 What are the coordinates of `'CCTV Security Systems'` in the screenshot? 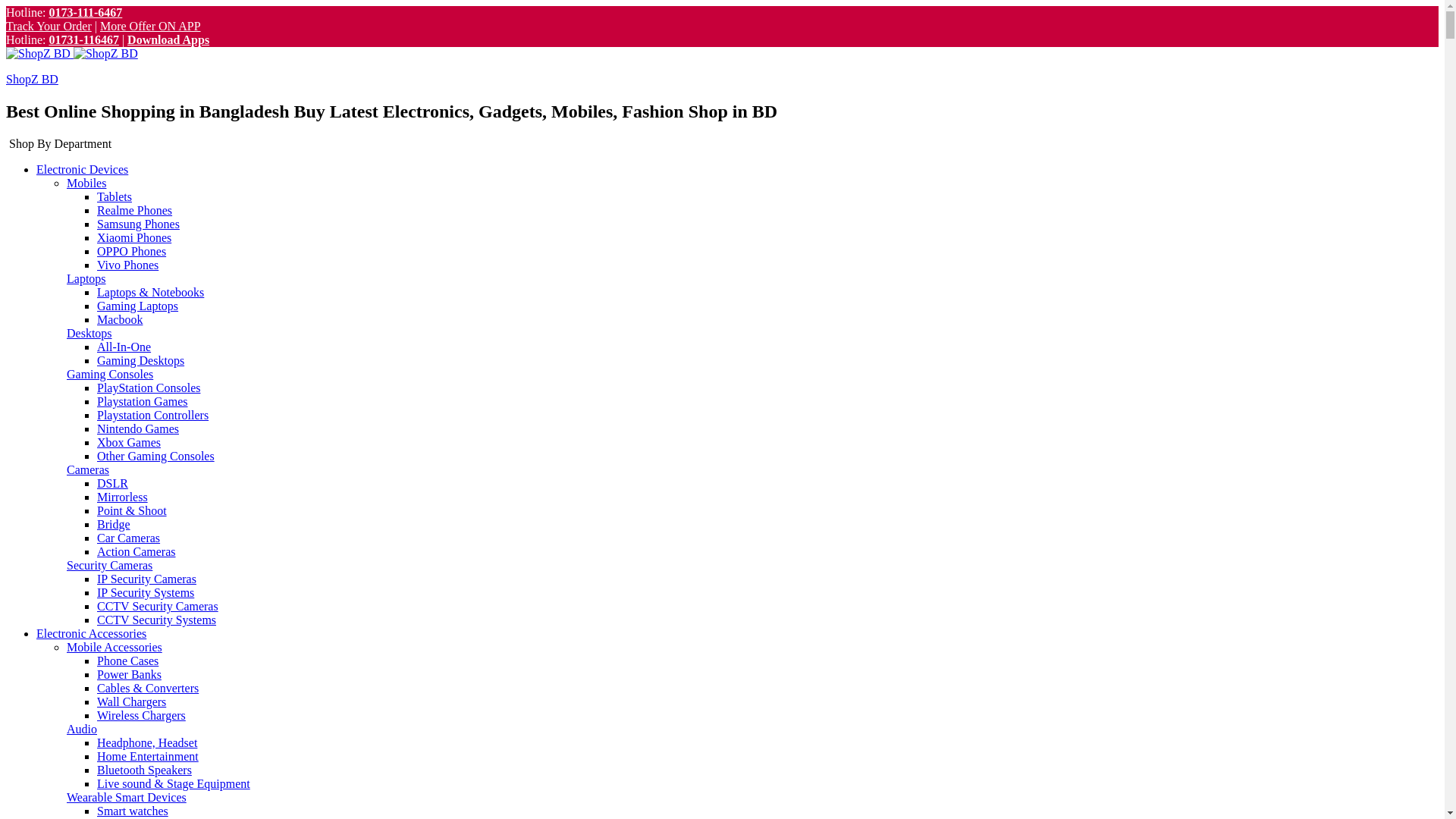 It's located at (156, 620).